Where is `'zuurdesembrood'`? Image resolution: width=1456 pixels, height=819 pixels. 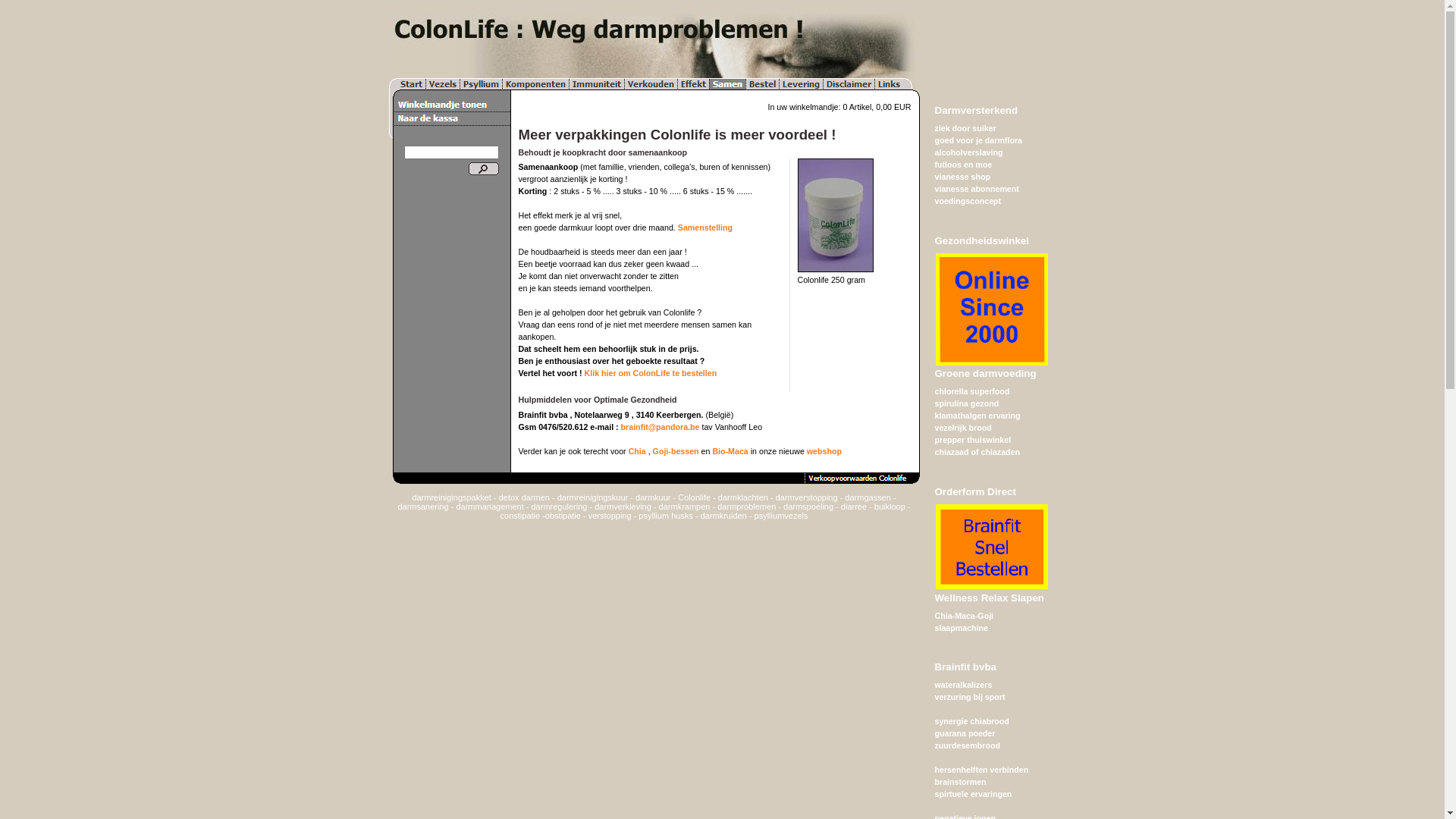
'zuurdesembrood' is located at coordinates (934, 745).